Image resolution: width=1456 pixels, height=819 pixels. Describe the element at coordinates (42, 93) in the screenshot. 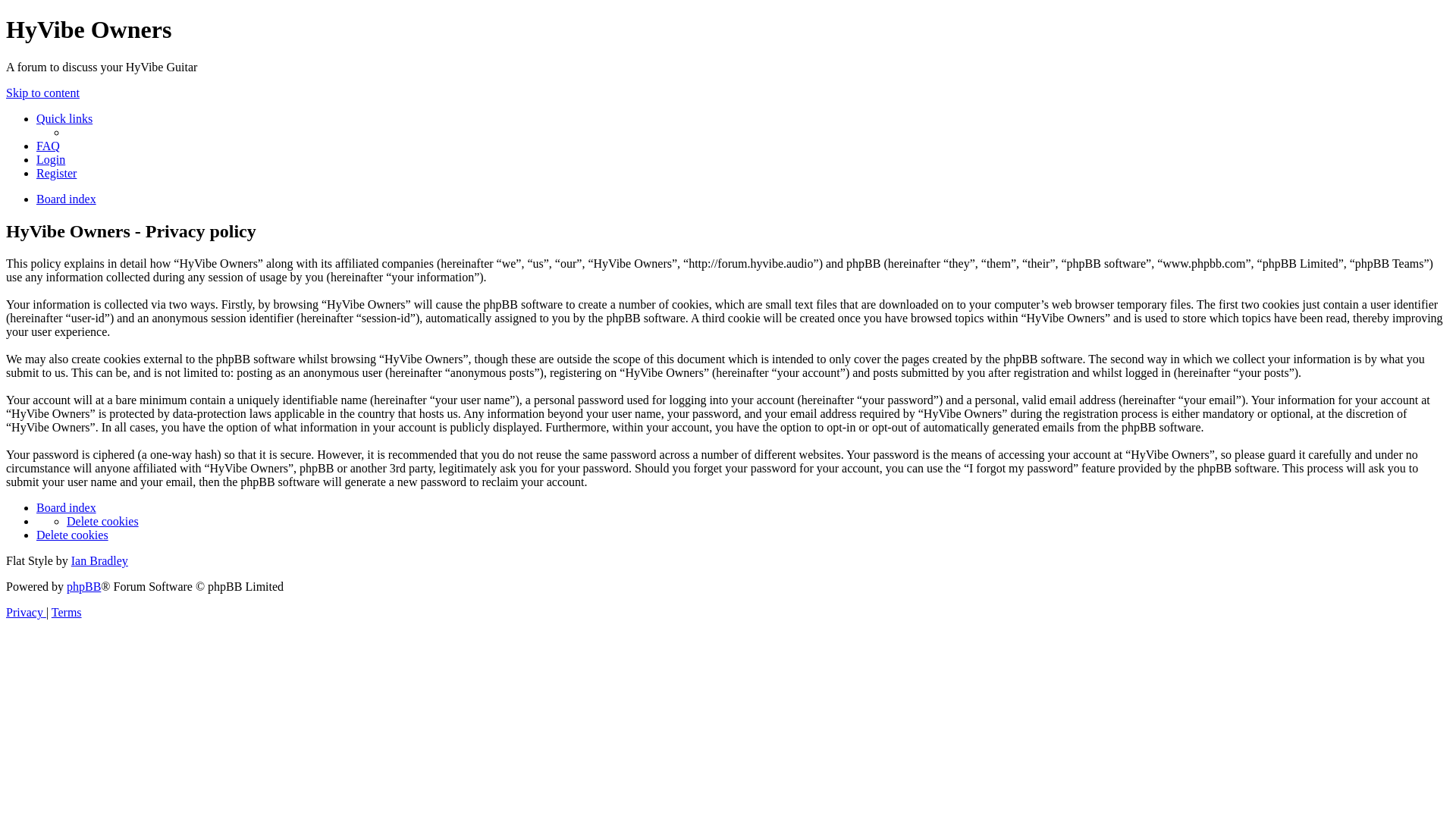

I see `'Skip to content'` at that location.